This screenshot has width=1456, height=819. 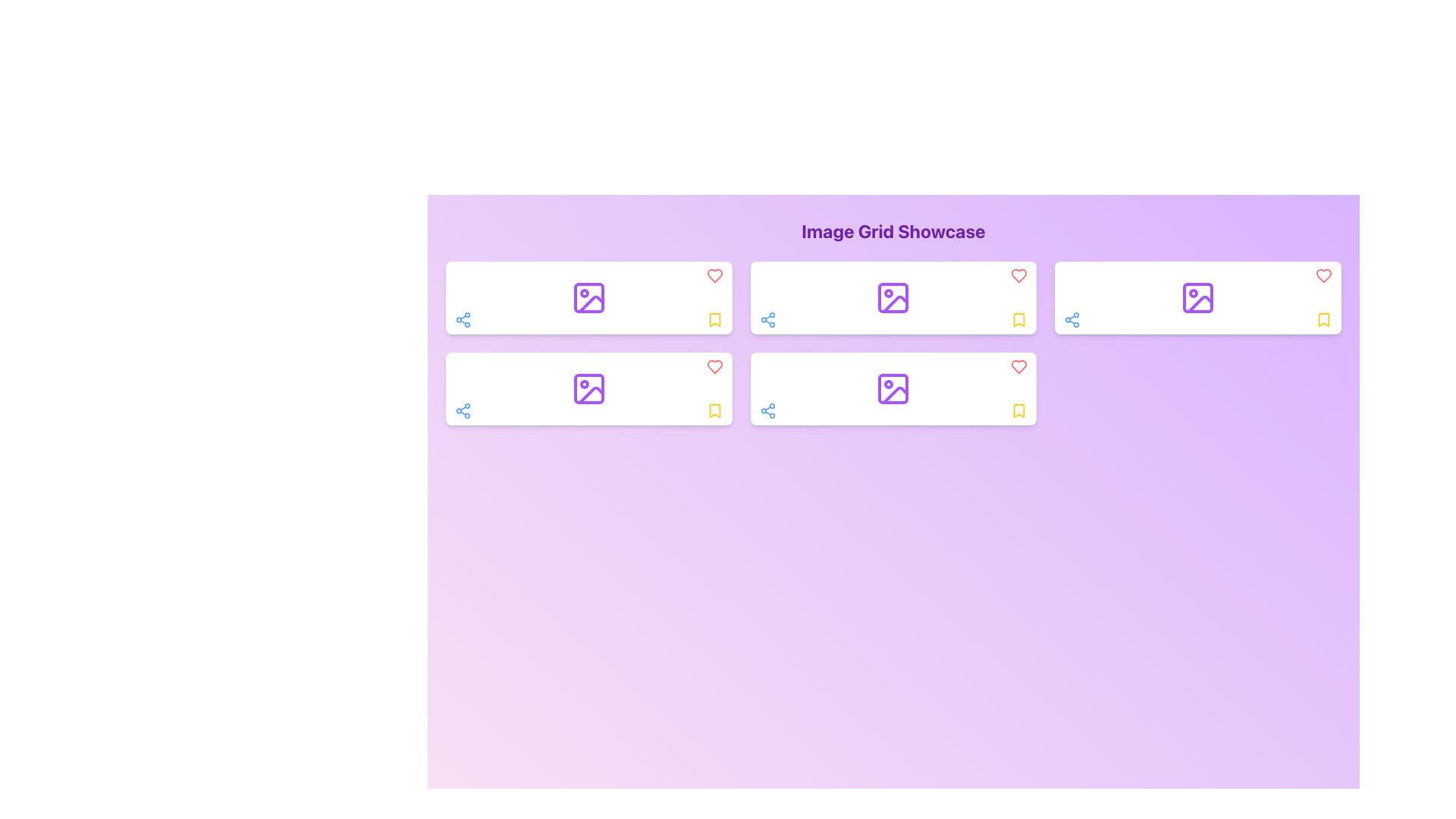 What do you see at coordinates (1019, 411) in the screenshot?
I see `the yellow bookmark icon button located in the lower-right corner of the second card in the second row of the grid layout` at bounding box center [1019, 411].